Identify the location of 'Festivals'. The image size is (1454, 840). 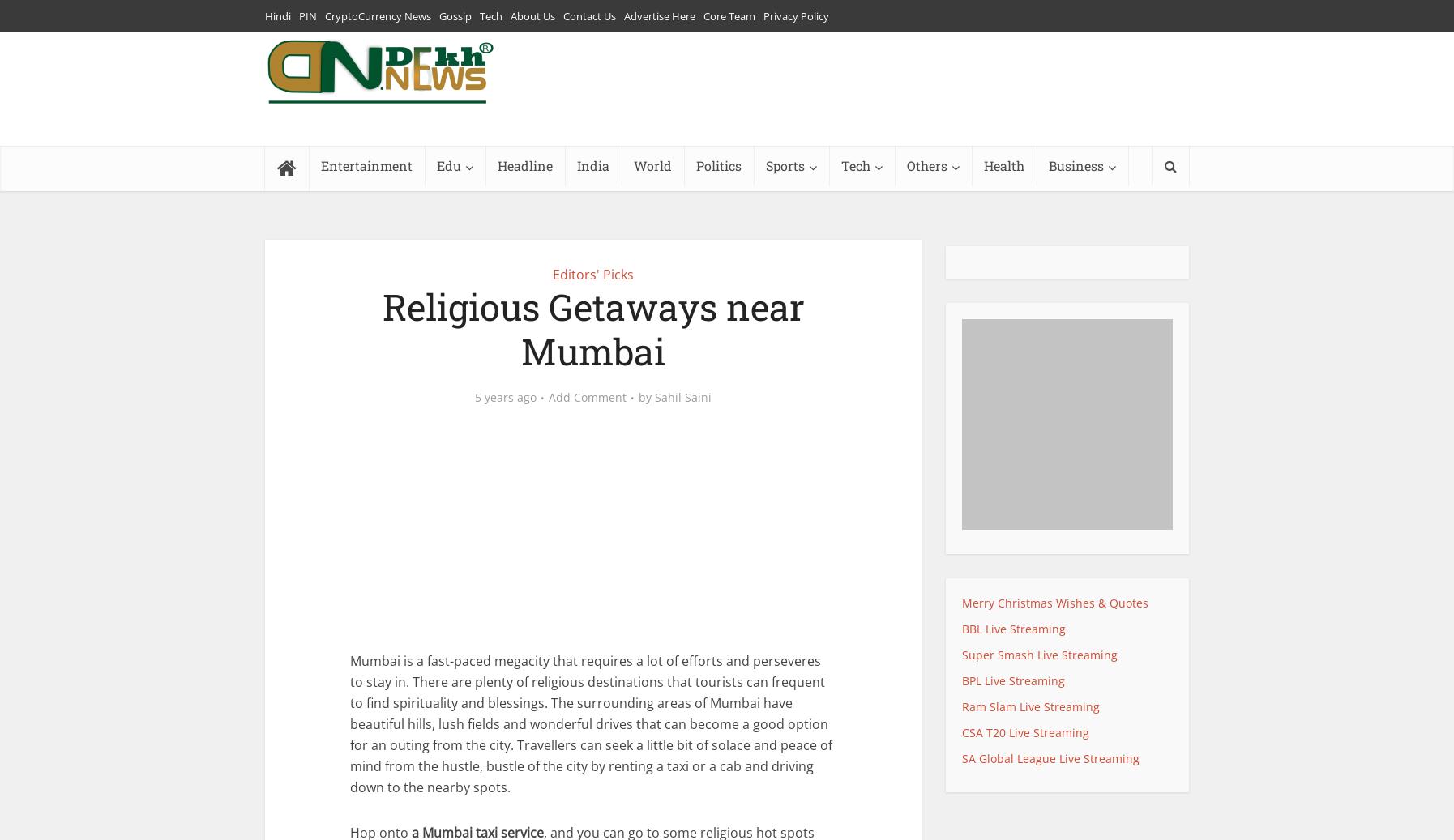
(905, 243).